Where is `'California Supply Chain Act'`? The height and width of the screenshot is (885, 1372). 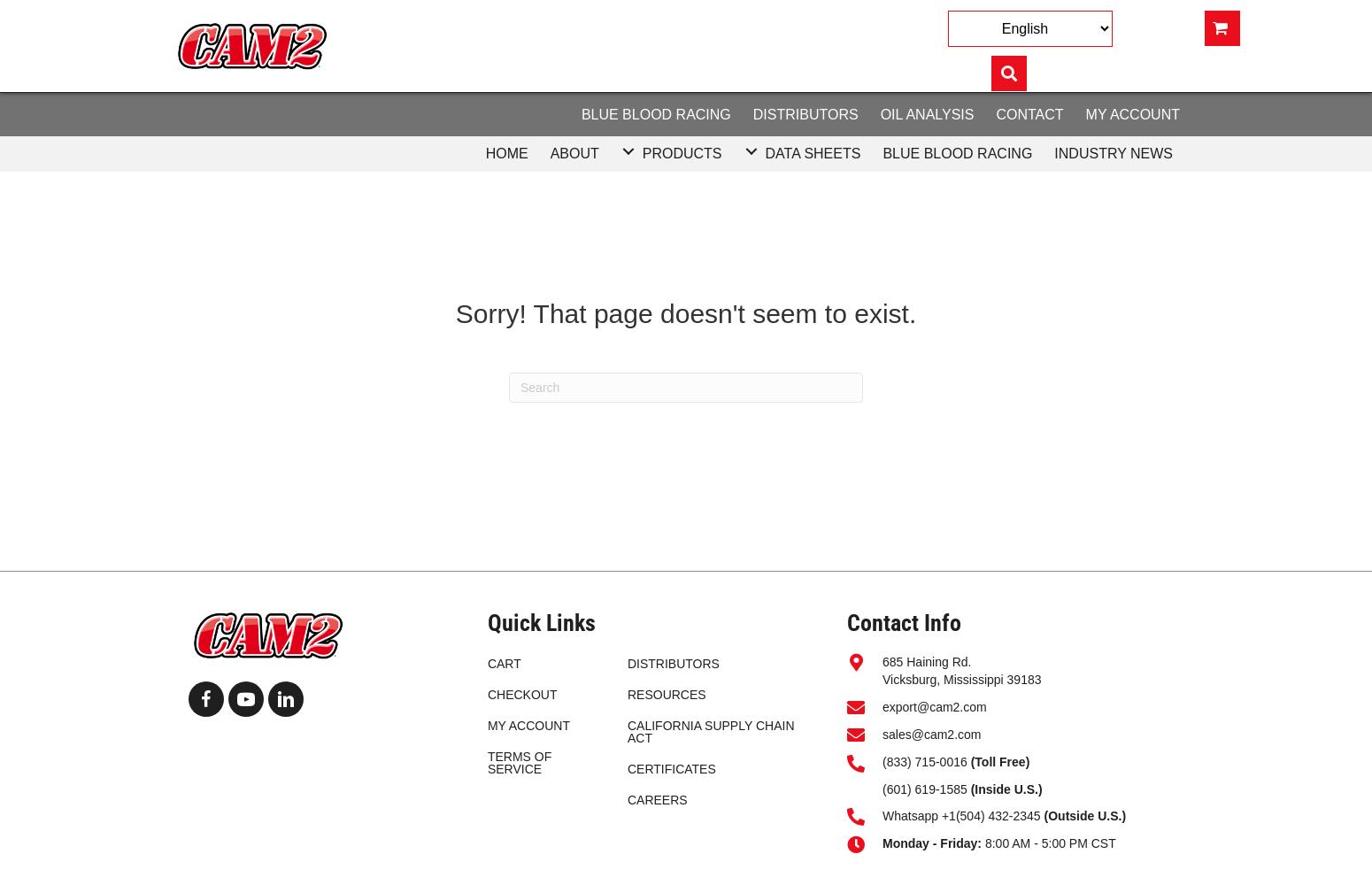
'California Supply Chain Act' is located at coordinates (709, 731).